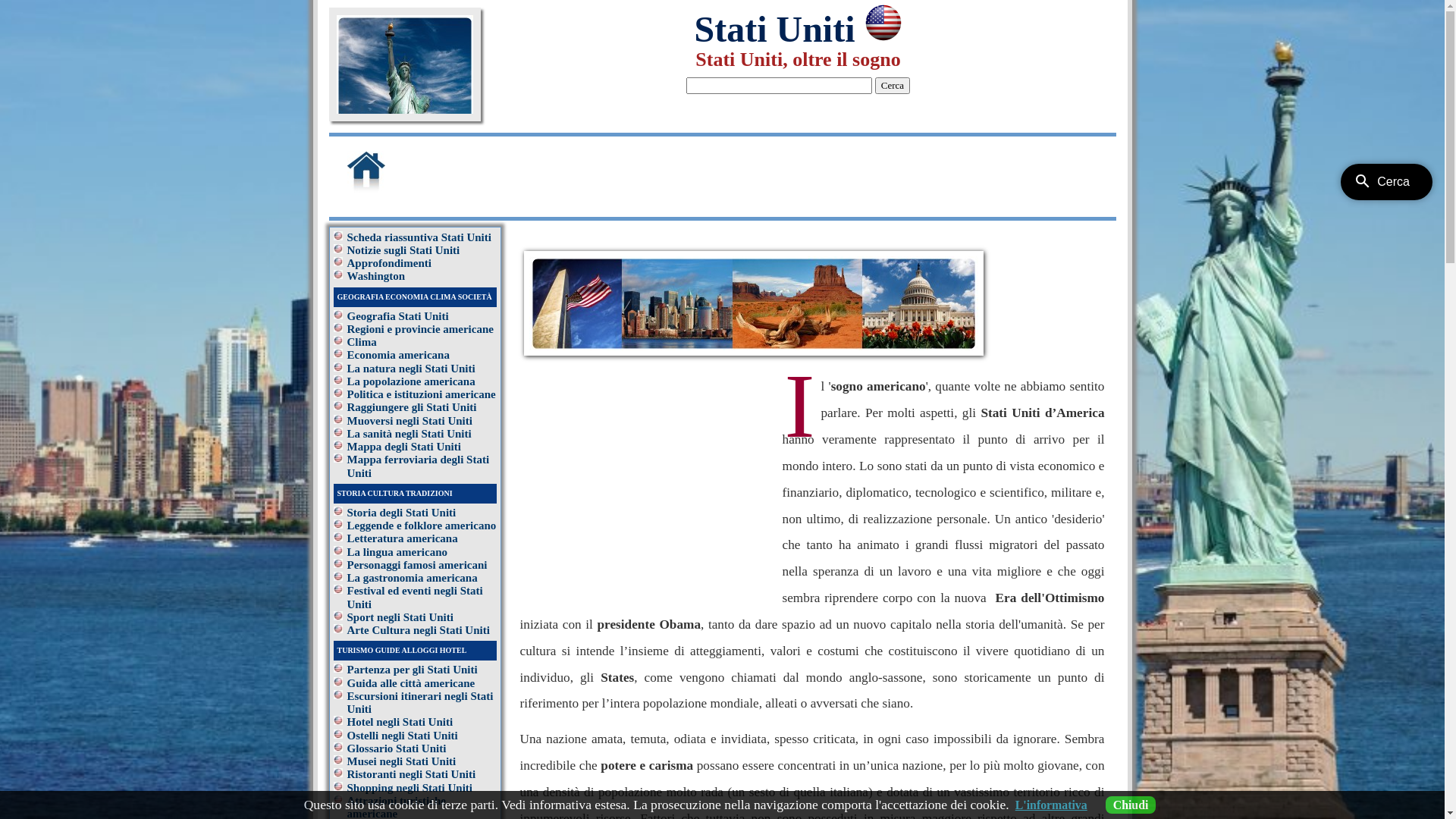 The image size is (1456, 819). I want to click on 'Glossario Stati Uniti', so click(397, 748).